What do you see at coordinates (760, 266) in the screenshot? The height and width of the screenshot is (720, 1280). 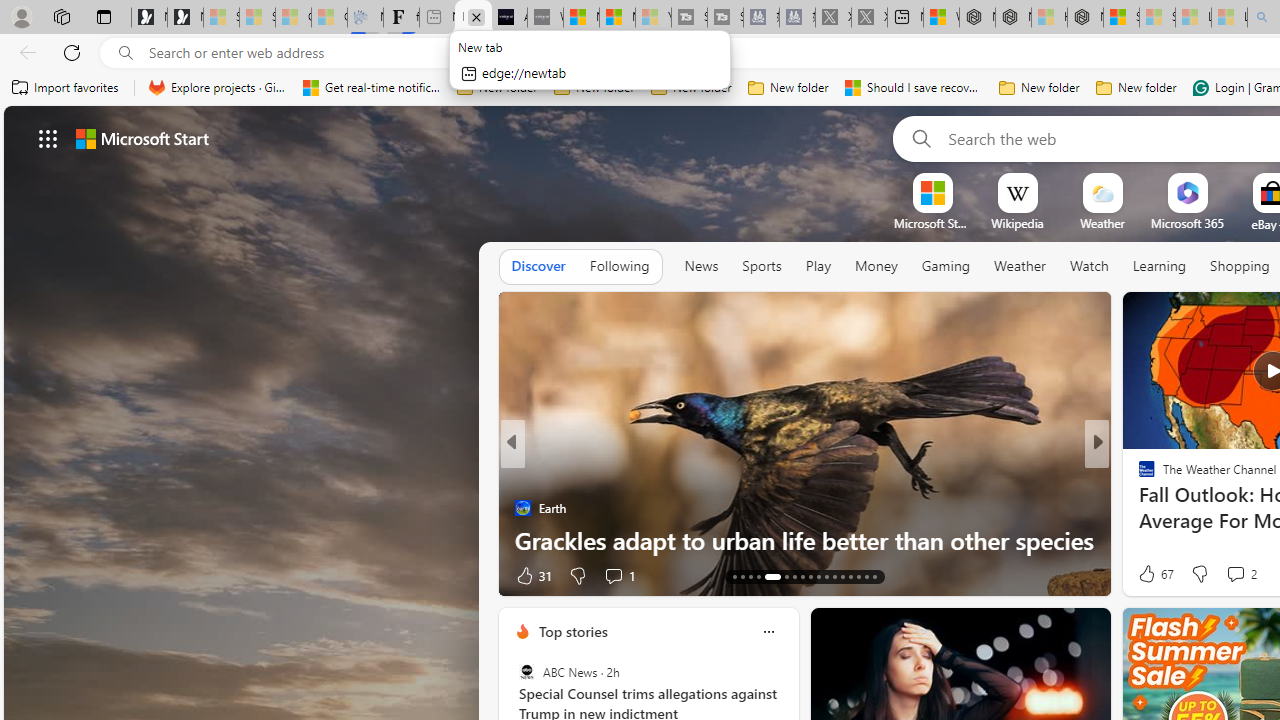 I see `'Sports'` at bounding box center [760, 266].